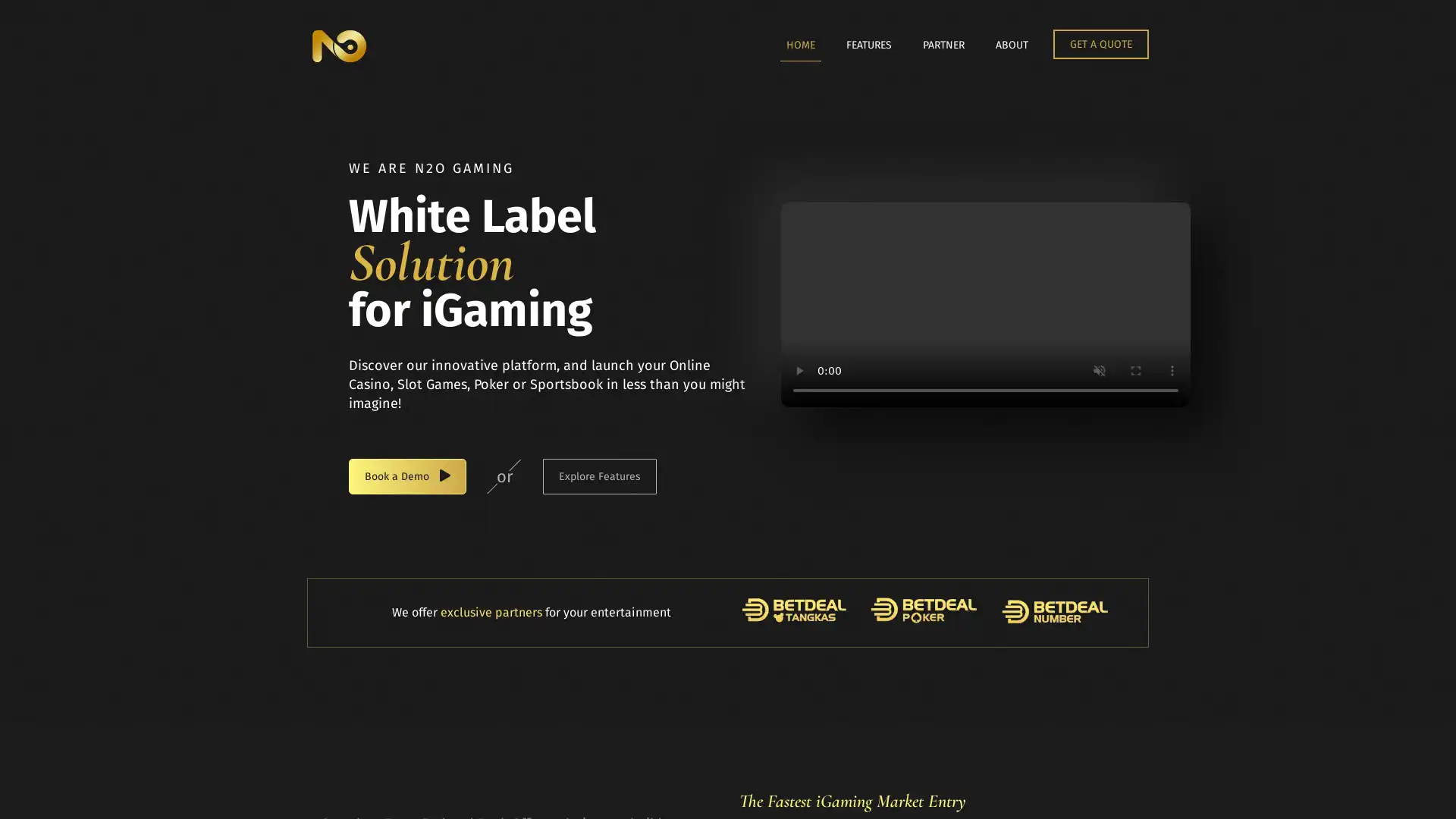 Image resolution: width=1456 pixels, height=819 pixels. I want to click on play, so click(799, 371).